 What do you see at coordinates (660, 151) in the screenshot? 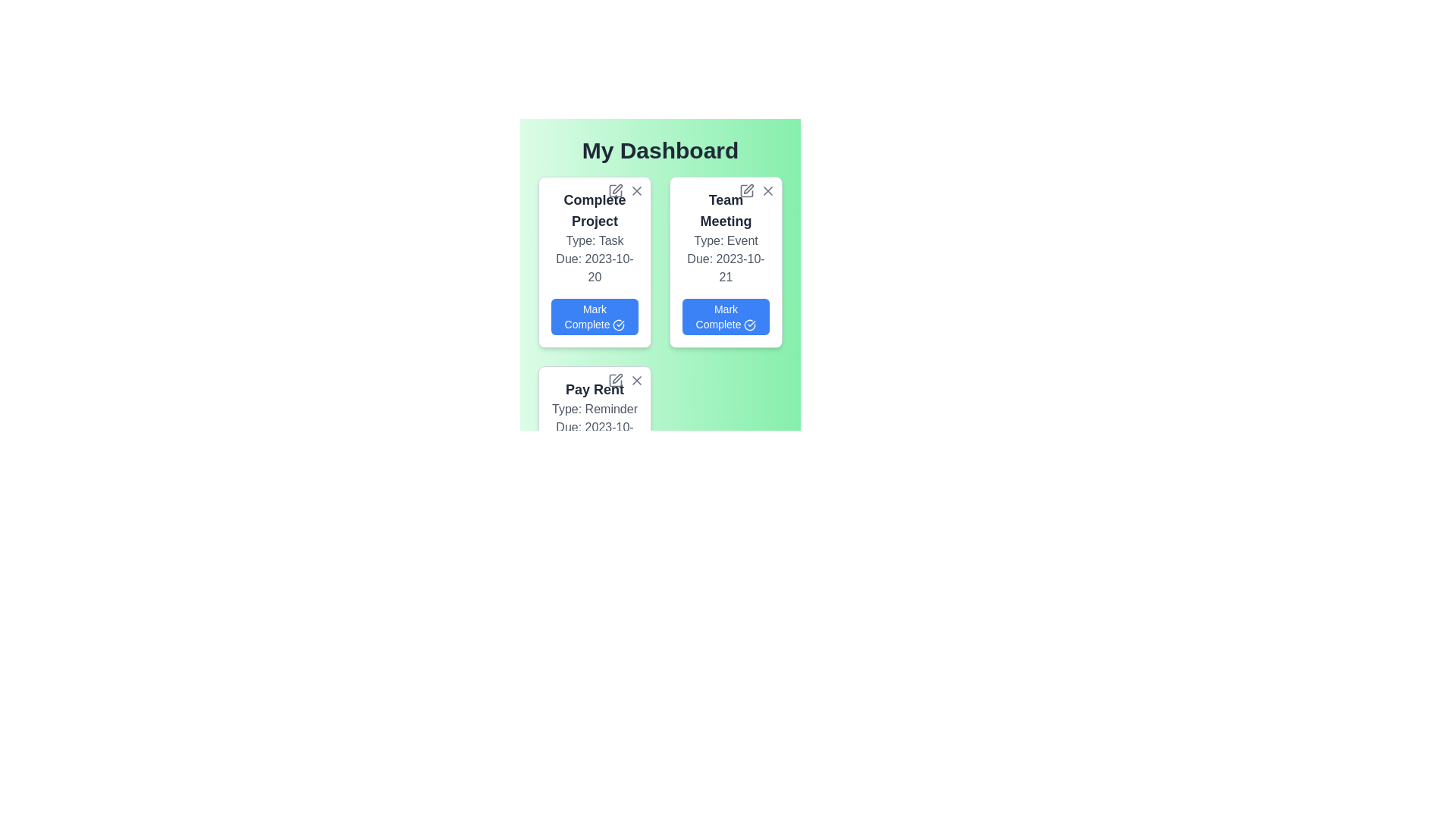
I see `the Text header at the top-center of the dashboard to identify the dashboard context` at bounding box center [660, 151].